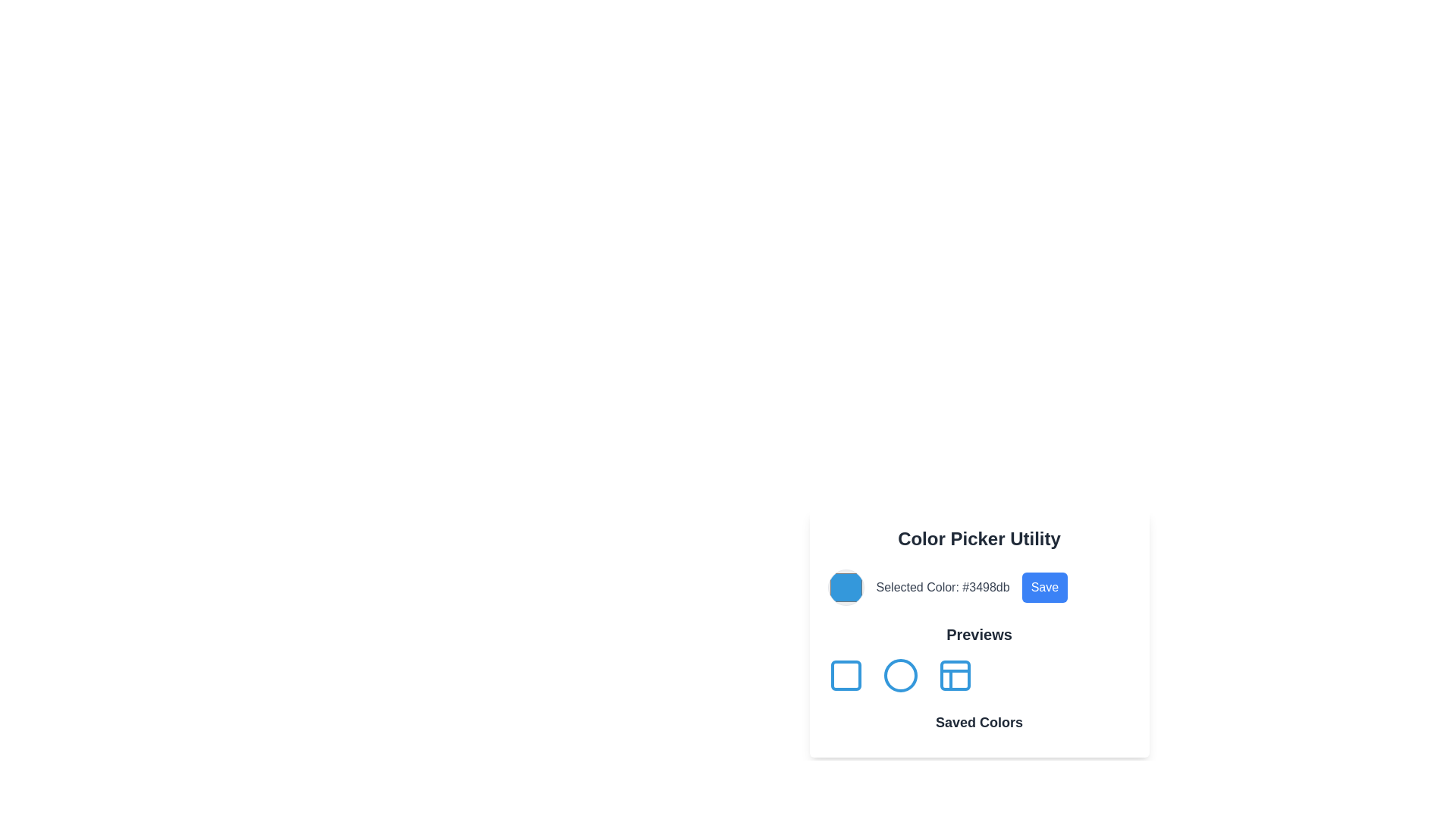 Image resolution: width=1456 pixels, height=819 pixels. I want to click on the third icon labeled 'Previews', so click(954, 675).